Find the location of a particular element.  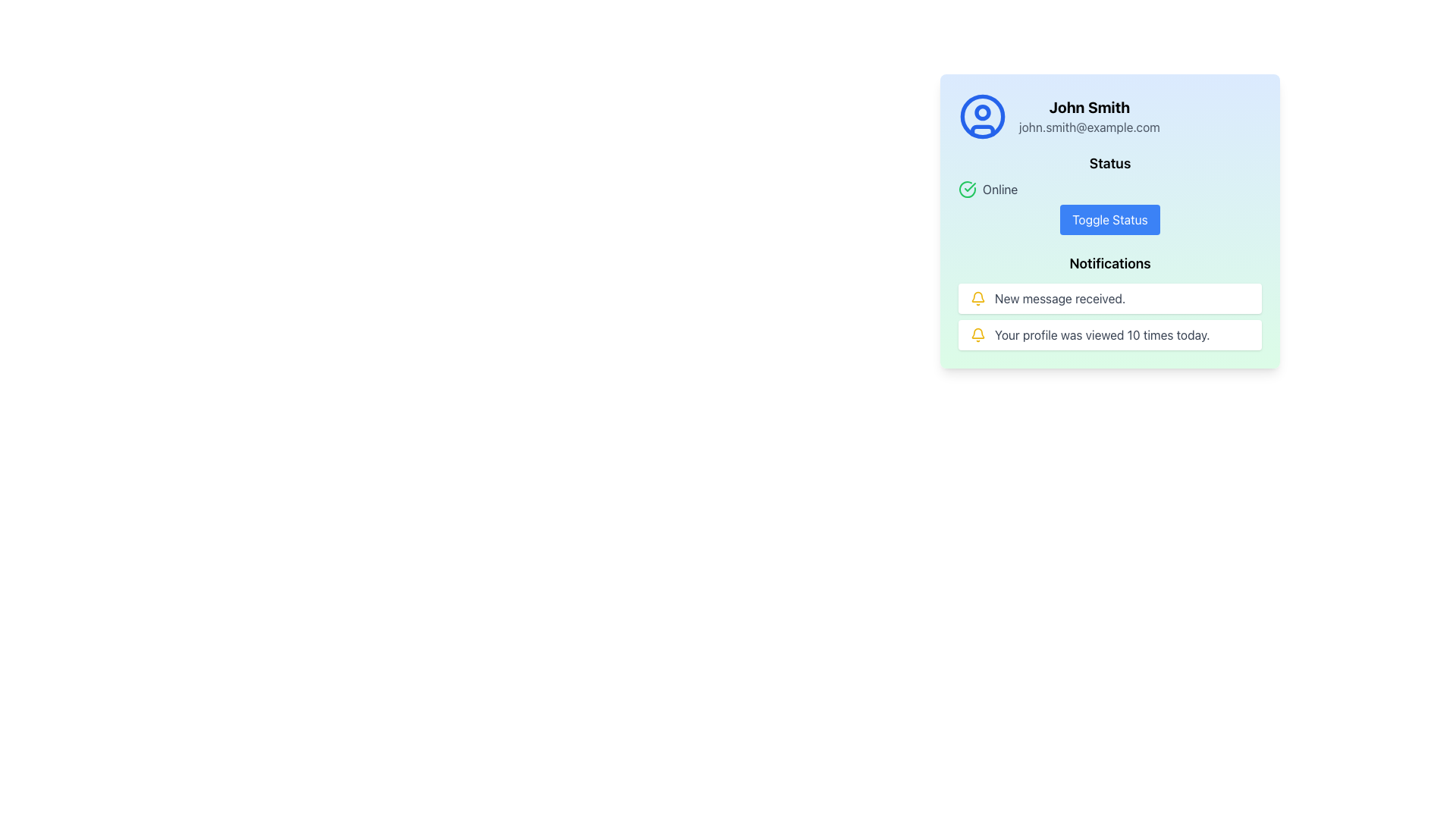

on the Circular User Icon, which is a distinctive blue outlined circular icon representing a user profile located above the text 'John Smith' and 'john.smith@example.com' in the profile summary section is located at coordinates (983, 116).